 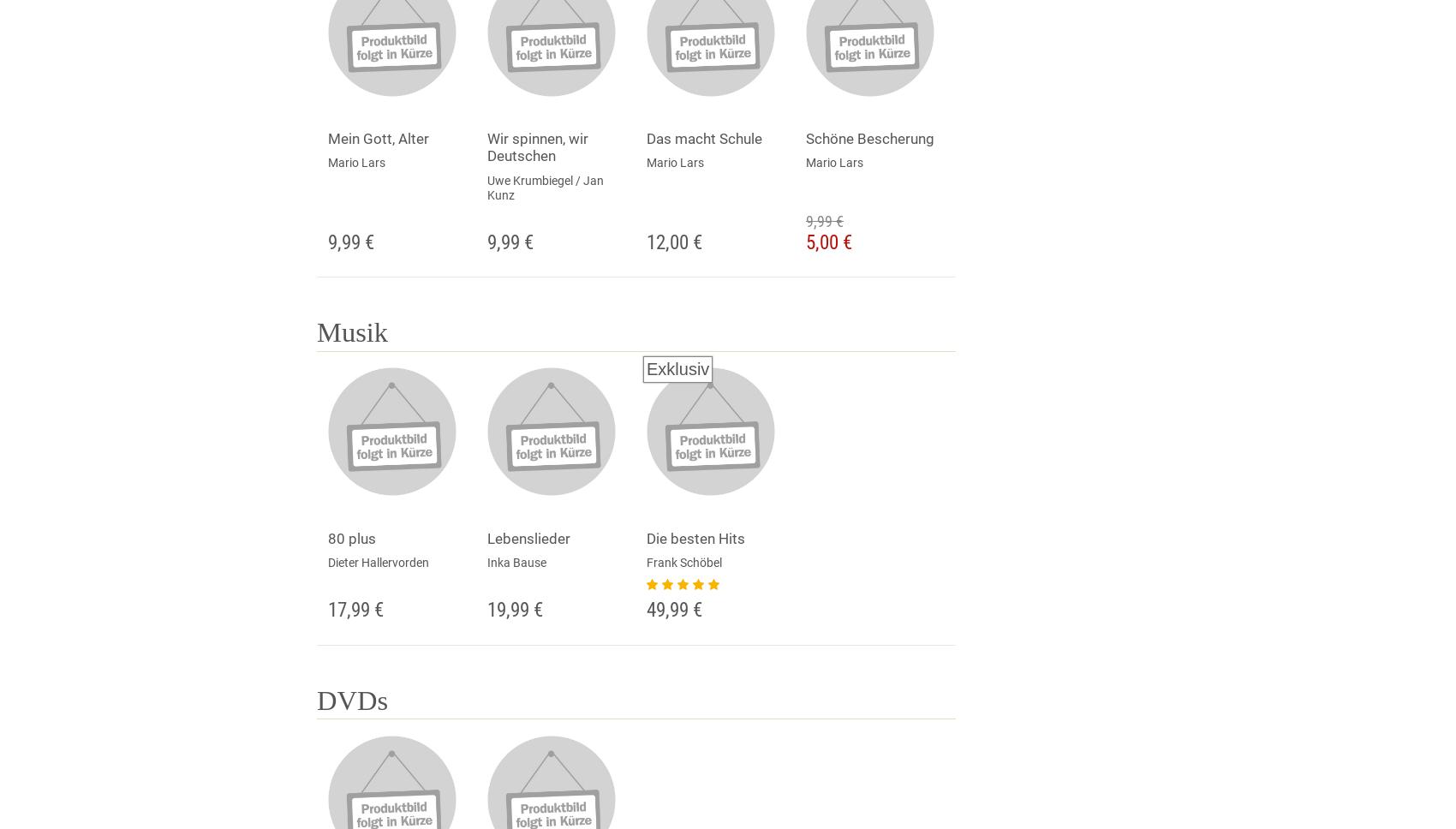 What do you see at coordinates (544, 186) in the screenshot?
I see `'Uwe Krumbiegel / Jan Kunz'` at bounding box center [544, 186].